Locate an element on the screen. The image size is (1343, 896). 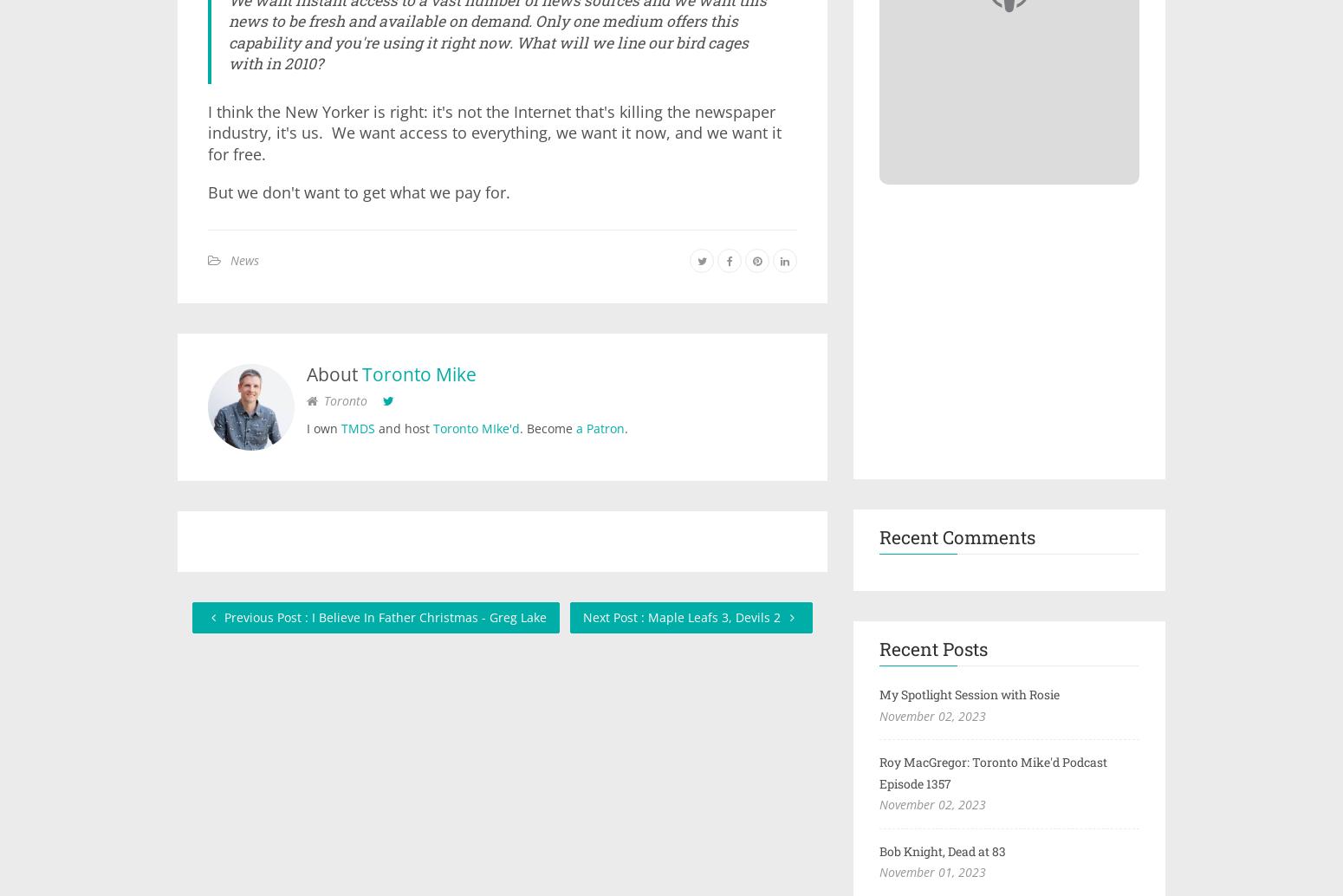
'Roy MacGregor: Toronto Mike'd Podcast Episode 1357' is located at coordinates (992, 771).